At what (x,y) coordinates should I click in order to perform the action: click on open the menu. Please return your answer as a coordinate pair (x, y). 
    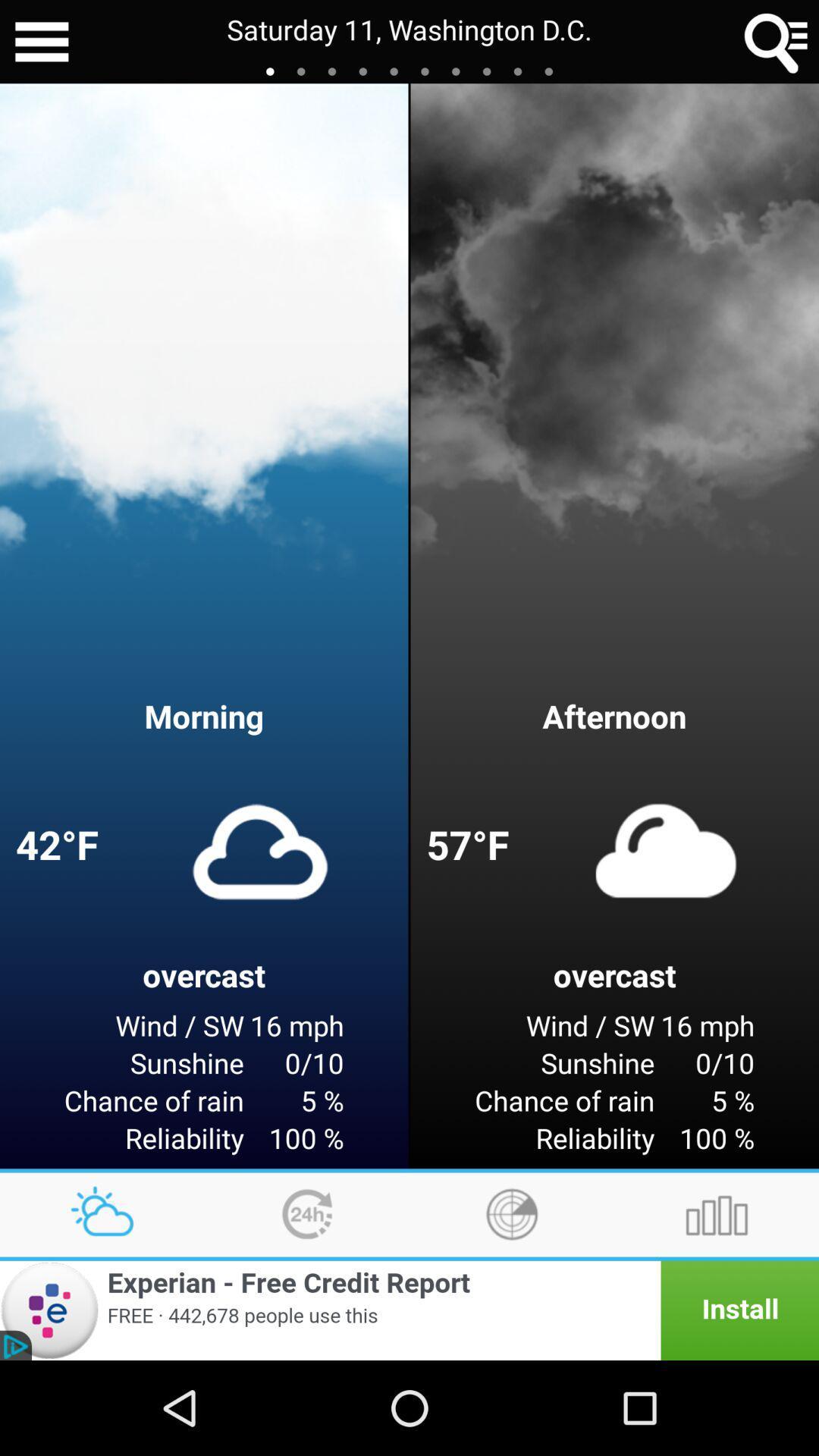
    Looking at the image, I should click on (41, 42).